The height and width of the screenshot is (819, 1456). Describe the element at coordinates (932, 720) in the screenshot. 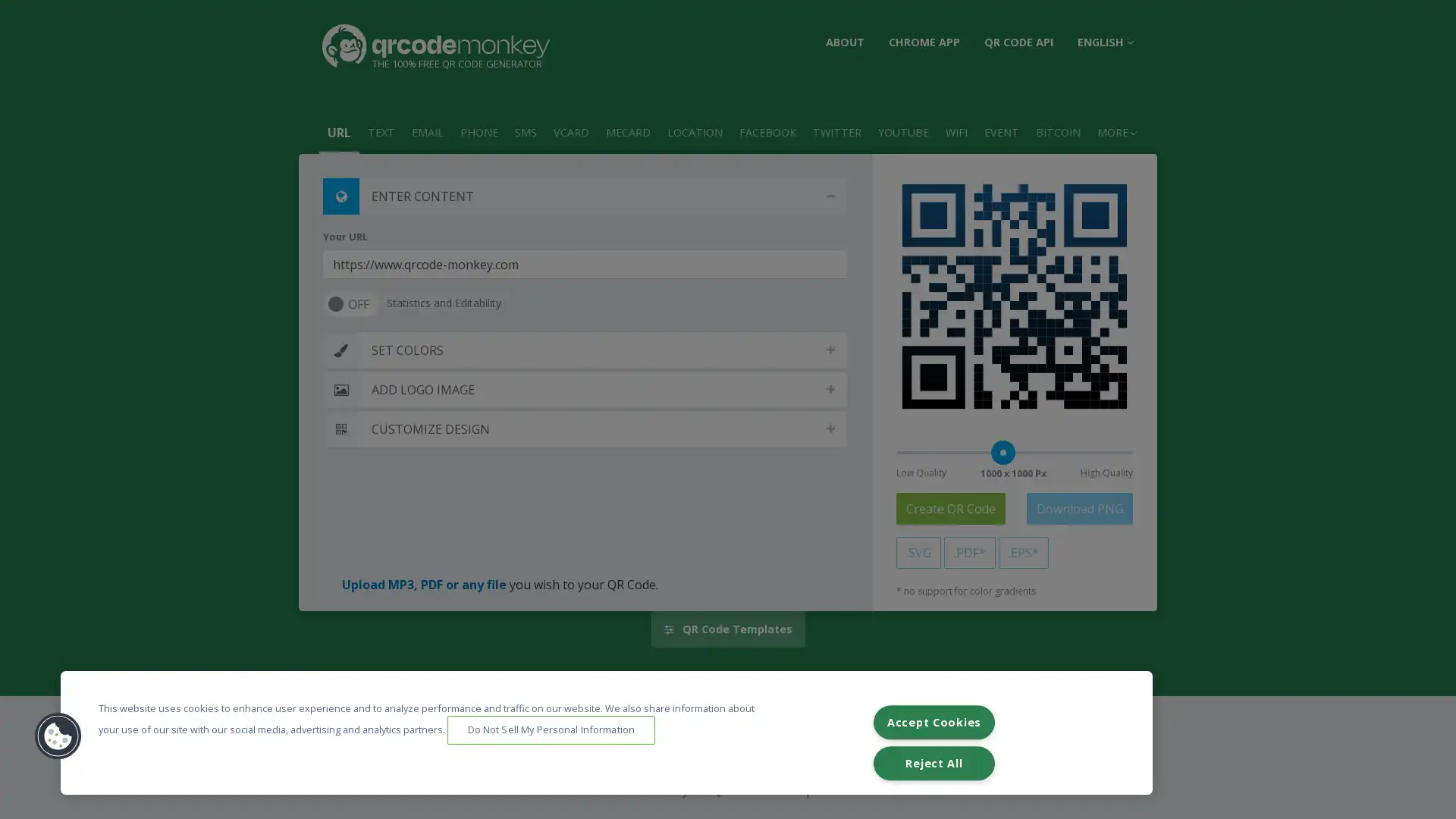

I see `Accept Cookies` at that location.